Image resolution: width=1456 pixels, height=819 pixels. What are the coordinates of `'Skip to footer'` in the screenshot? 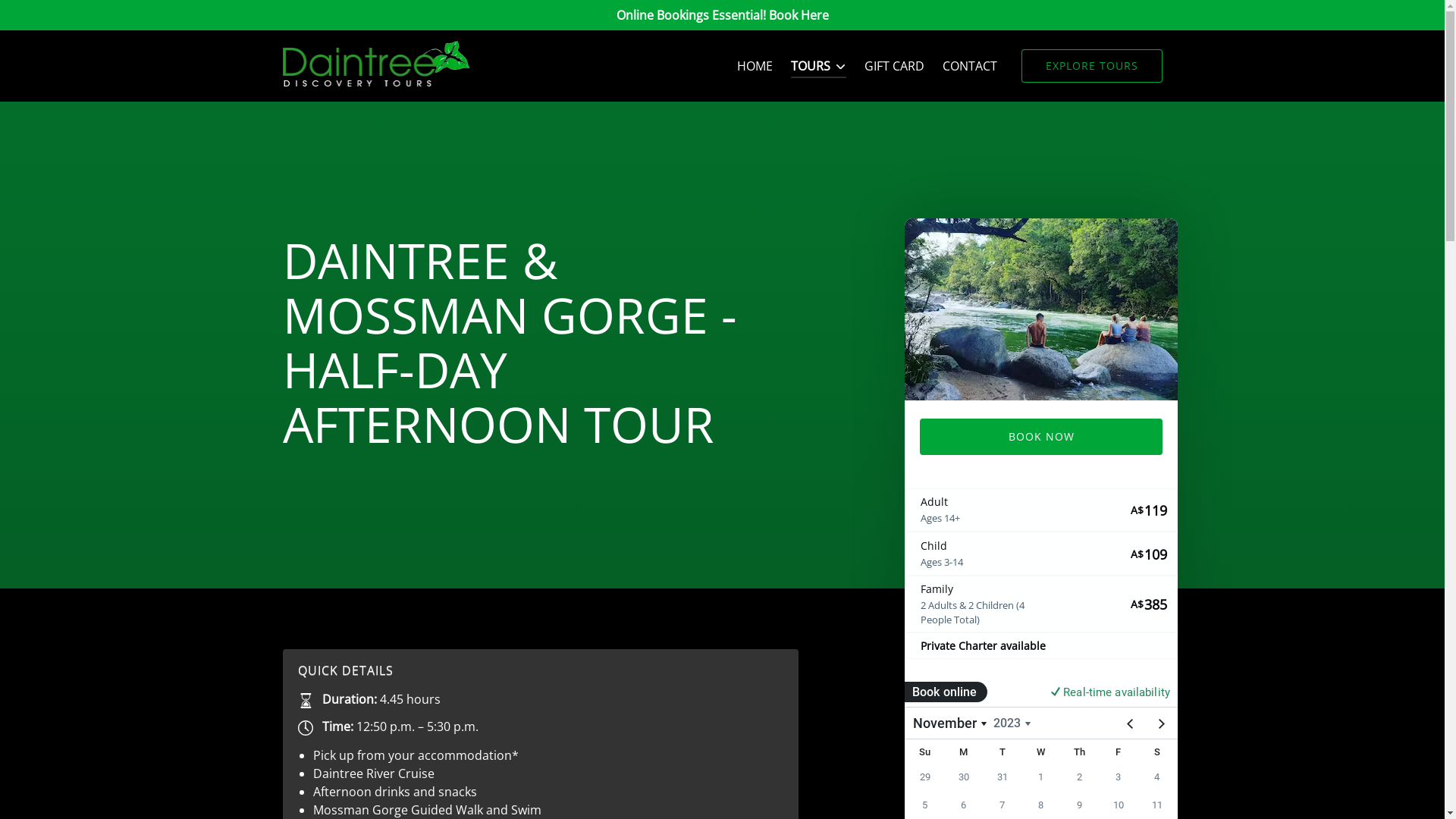 It's located at (7, 17).